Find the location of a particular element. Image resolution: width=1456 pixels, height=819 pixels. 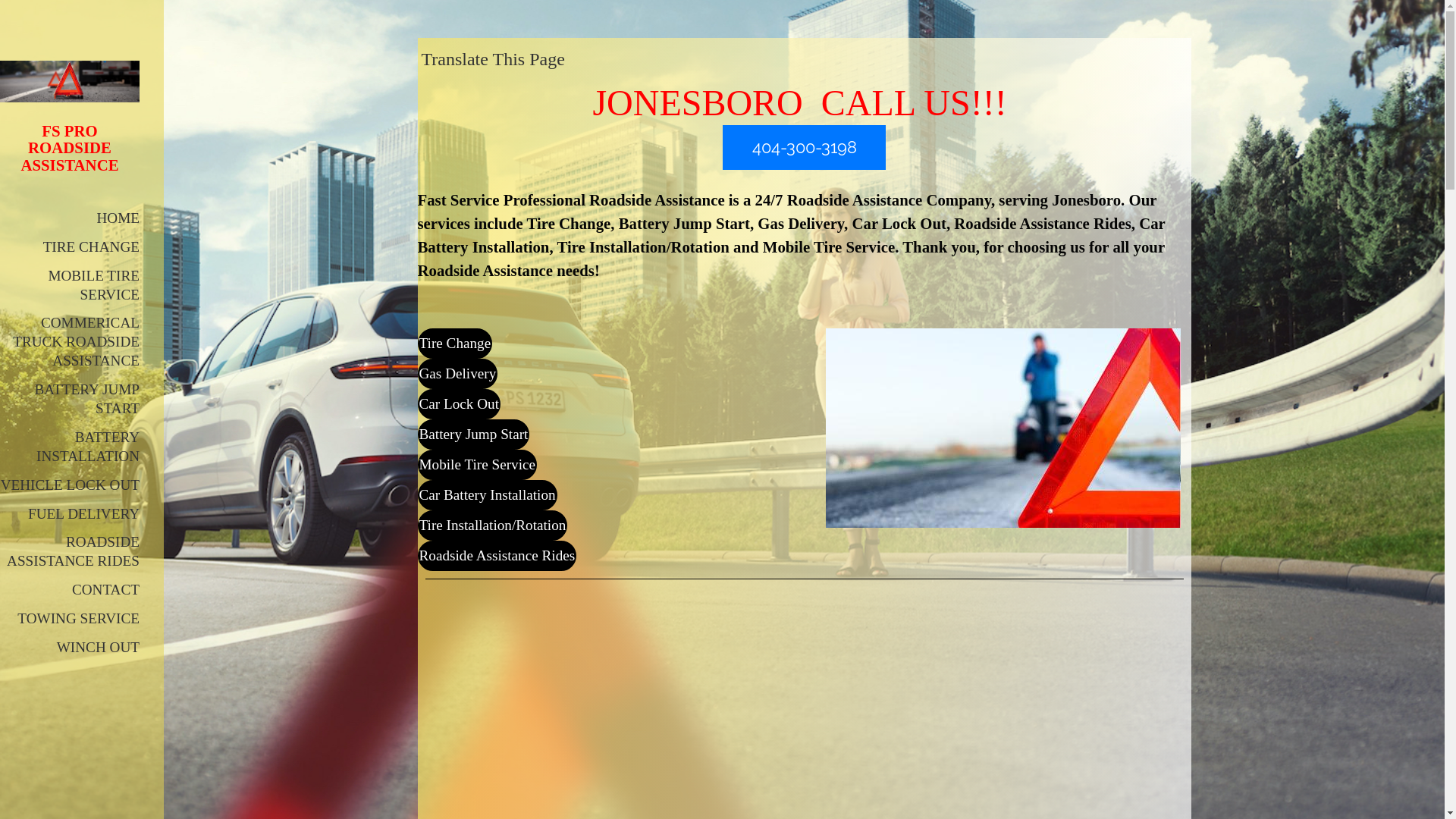

'Battery Jump Start' is located at coordinates (472, 435).